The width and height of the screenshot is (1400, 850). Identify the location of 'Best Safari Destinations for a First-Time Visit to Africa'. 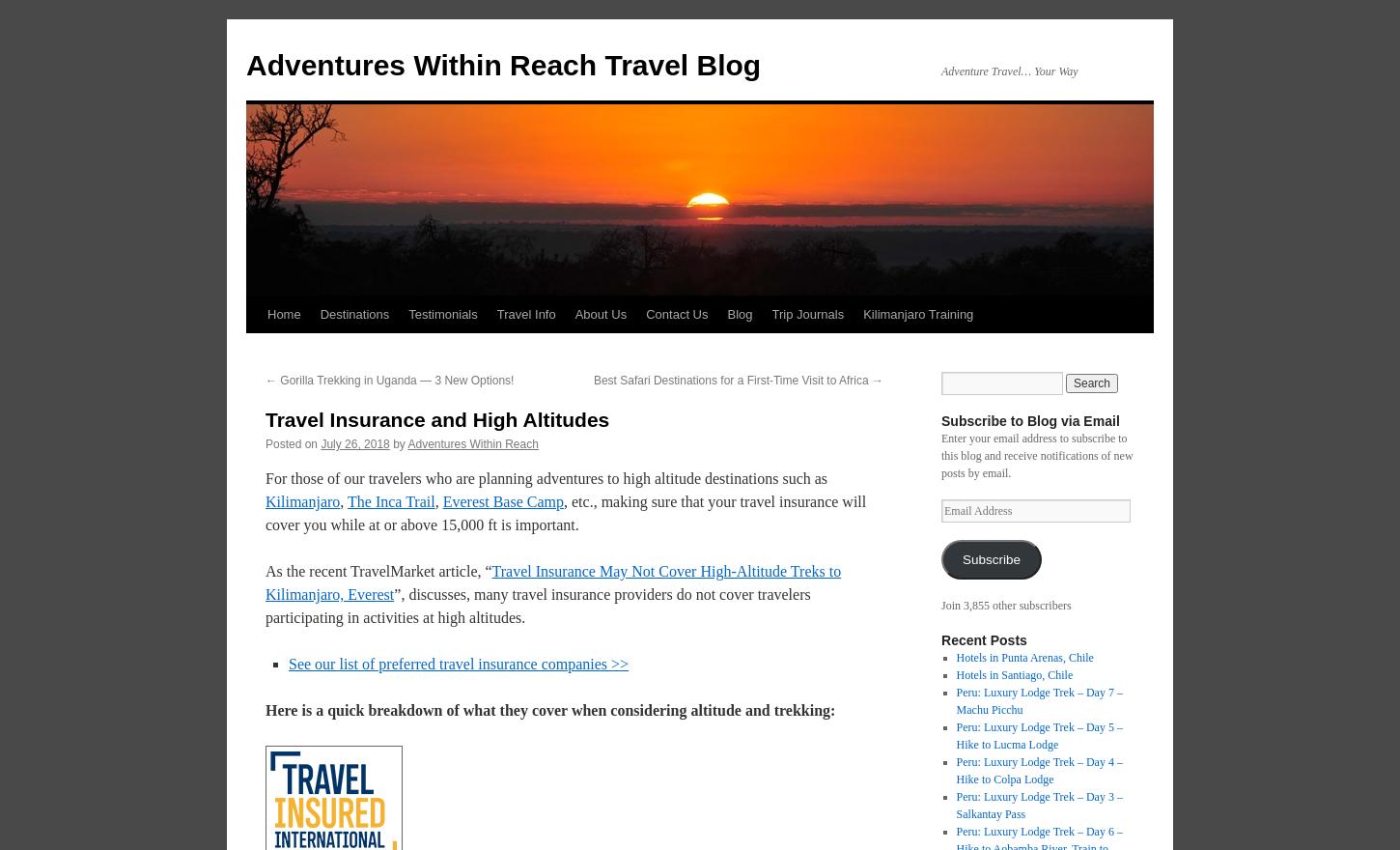
(732, 379).